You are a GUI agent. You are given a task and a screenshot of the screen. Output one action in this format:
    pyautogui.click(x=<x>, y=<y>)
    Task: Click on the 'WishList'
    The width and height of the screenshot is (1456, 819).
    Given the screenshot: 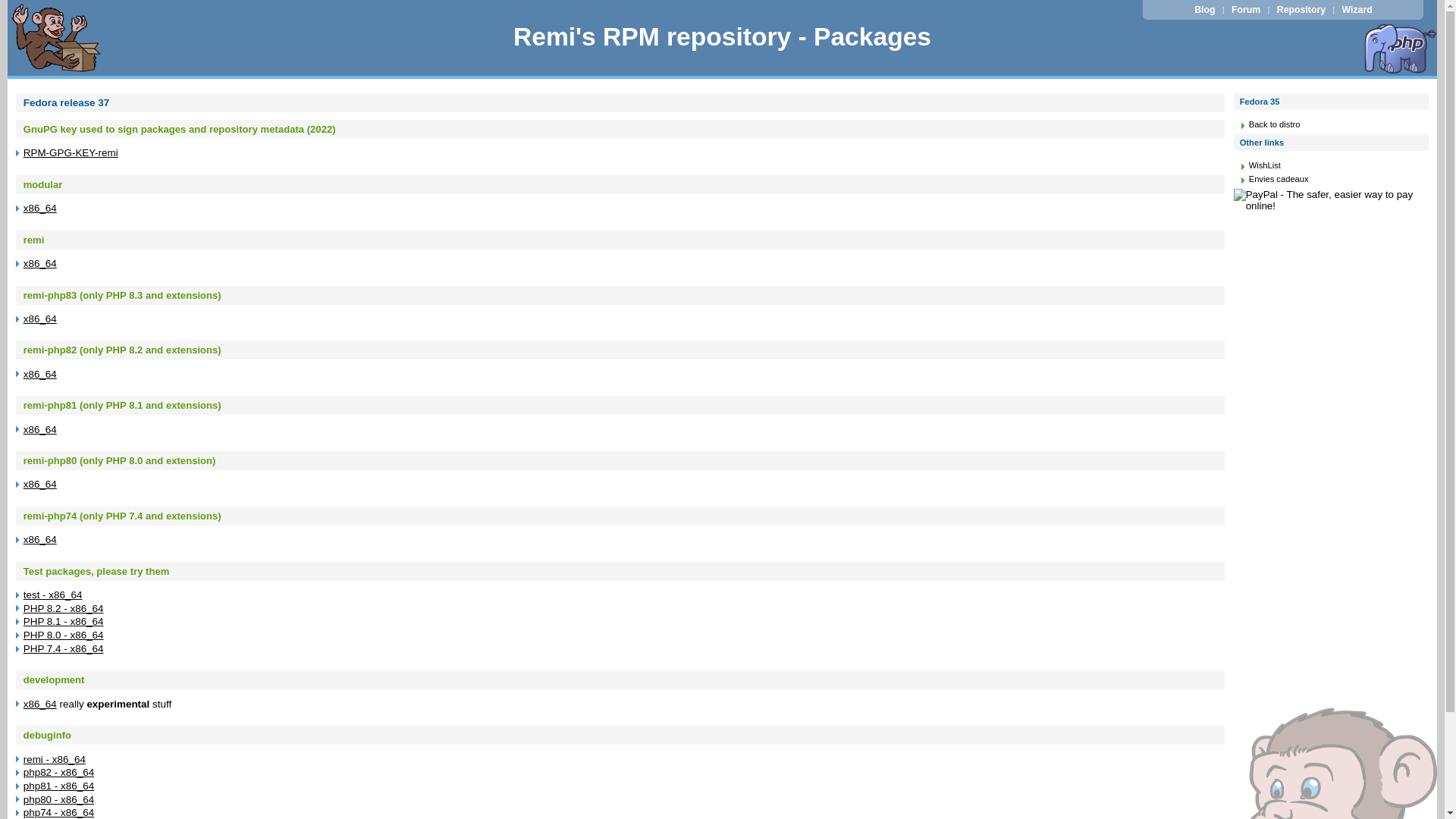 What is the action you would take?
    pyautogui.click(x=1248, y=165)
    